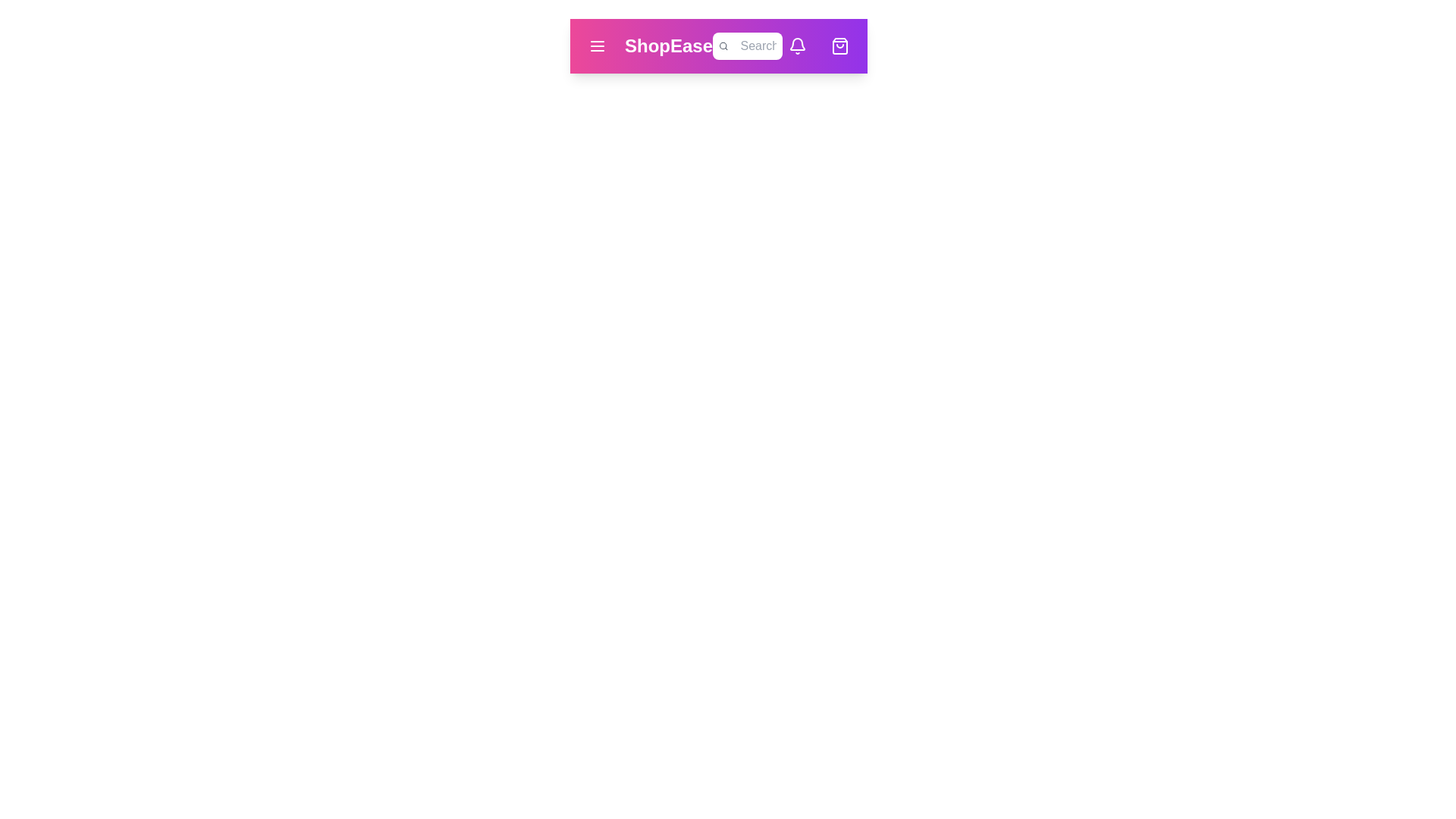 This screenshot has height=819, width=1456. Describe the element at coordinates (839, 45) in the screenshot. I see `the shopping bag icon to view the shopping cart or checkout page` at that location.